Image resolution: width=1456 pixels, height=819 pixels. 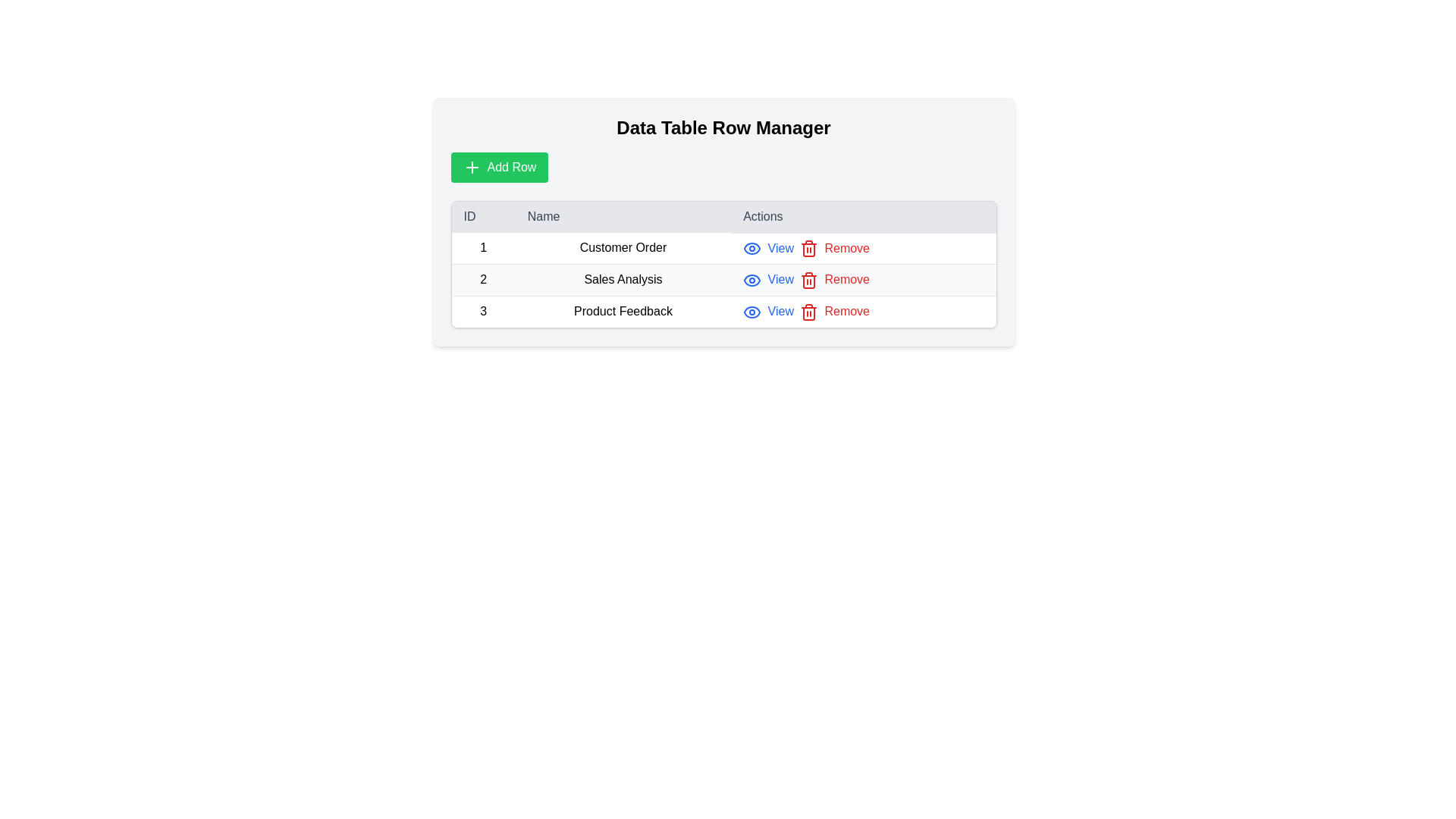 What do you see at coordinates (623, 280) in the screenshot?
I see `displayed text 'Sales Analysis' from the second cell in the 'Name' column of the second row in the table` at bounding box center [623, 280].